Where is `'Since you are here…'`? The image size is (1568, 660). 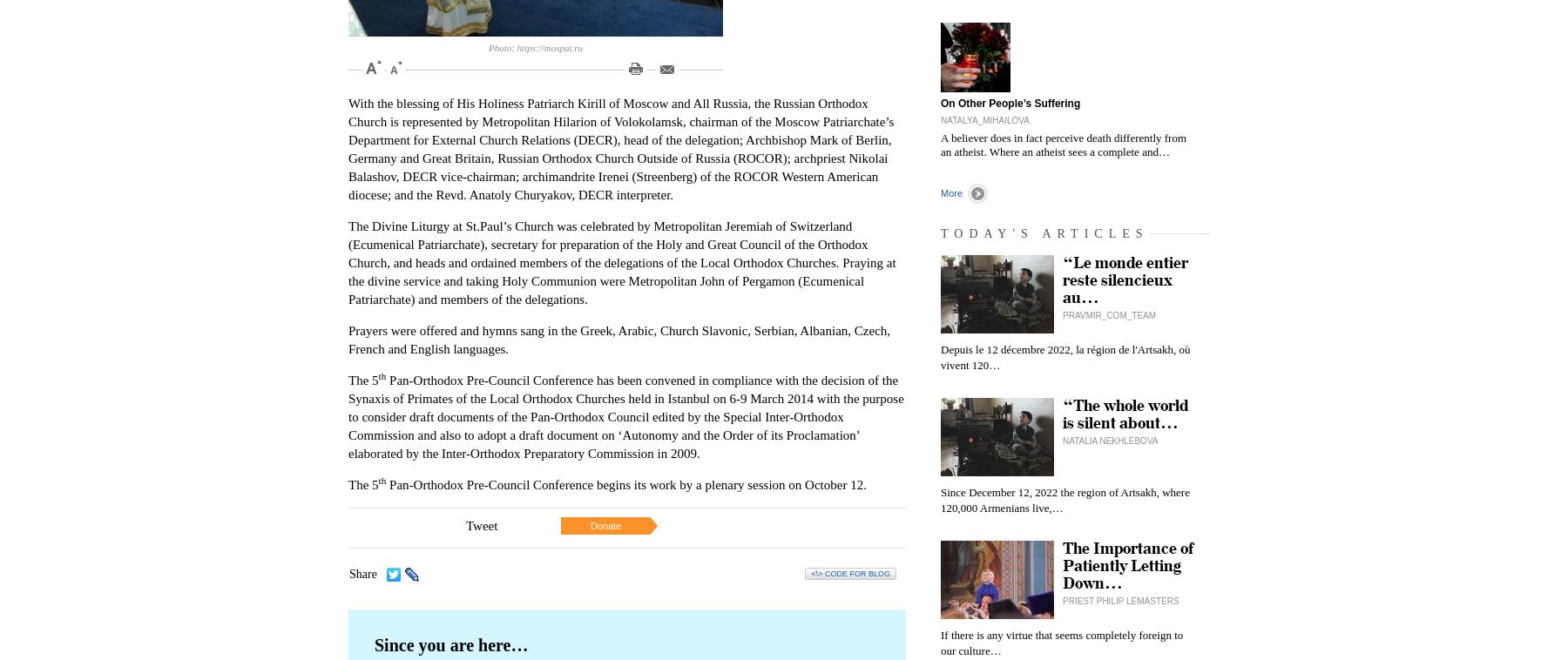
'Since you are here…' is located at coordinates (450, 644).